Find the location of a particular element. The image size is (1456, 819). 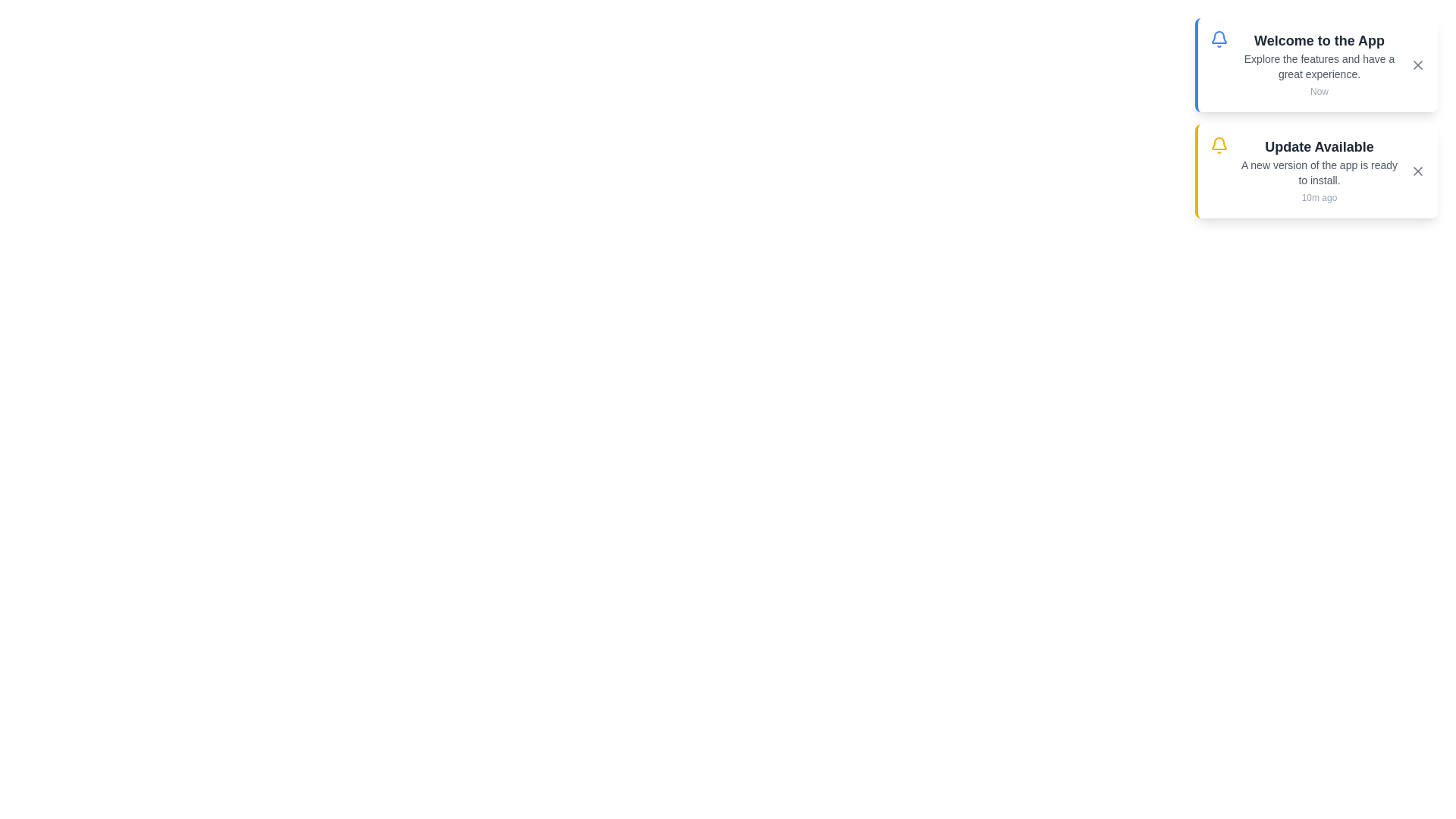

the notification 2 to observe hover effects is located at coordinates (1316, 171).